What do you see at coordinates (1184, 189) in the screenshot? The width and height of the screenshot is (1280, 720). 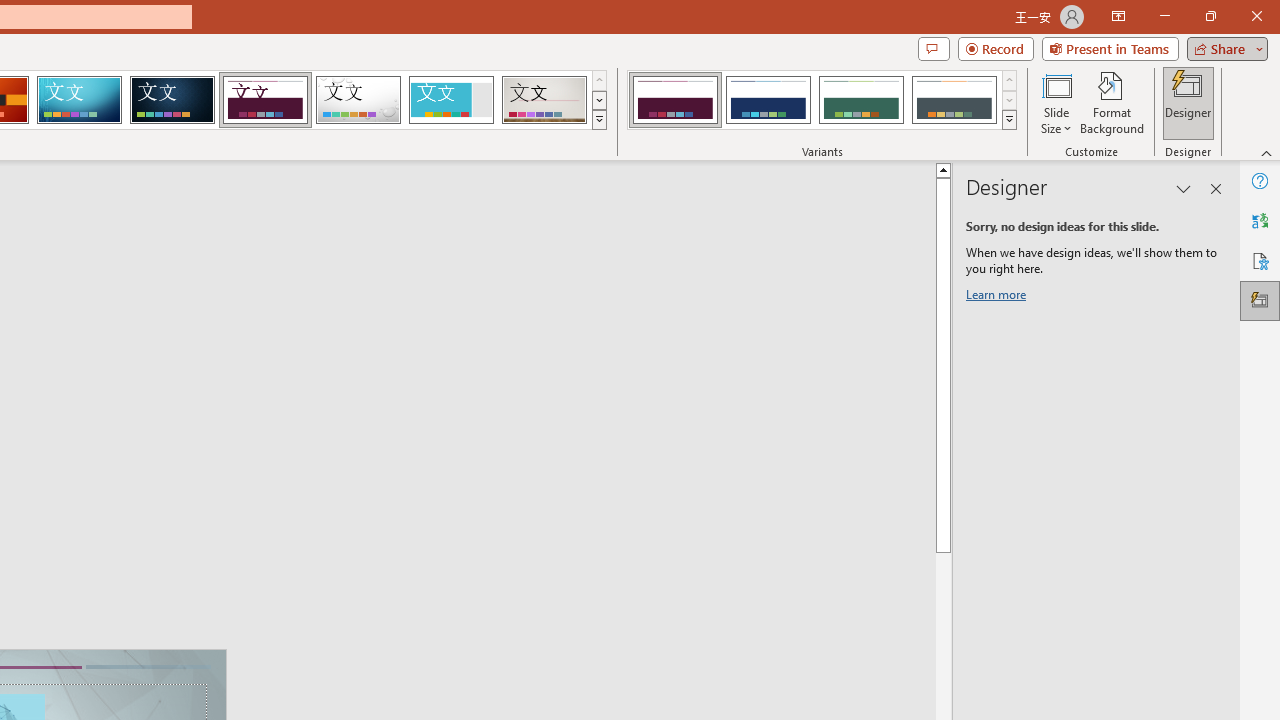 I see `'Task Pane Options'` at bounding box center [1184, 189].